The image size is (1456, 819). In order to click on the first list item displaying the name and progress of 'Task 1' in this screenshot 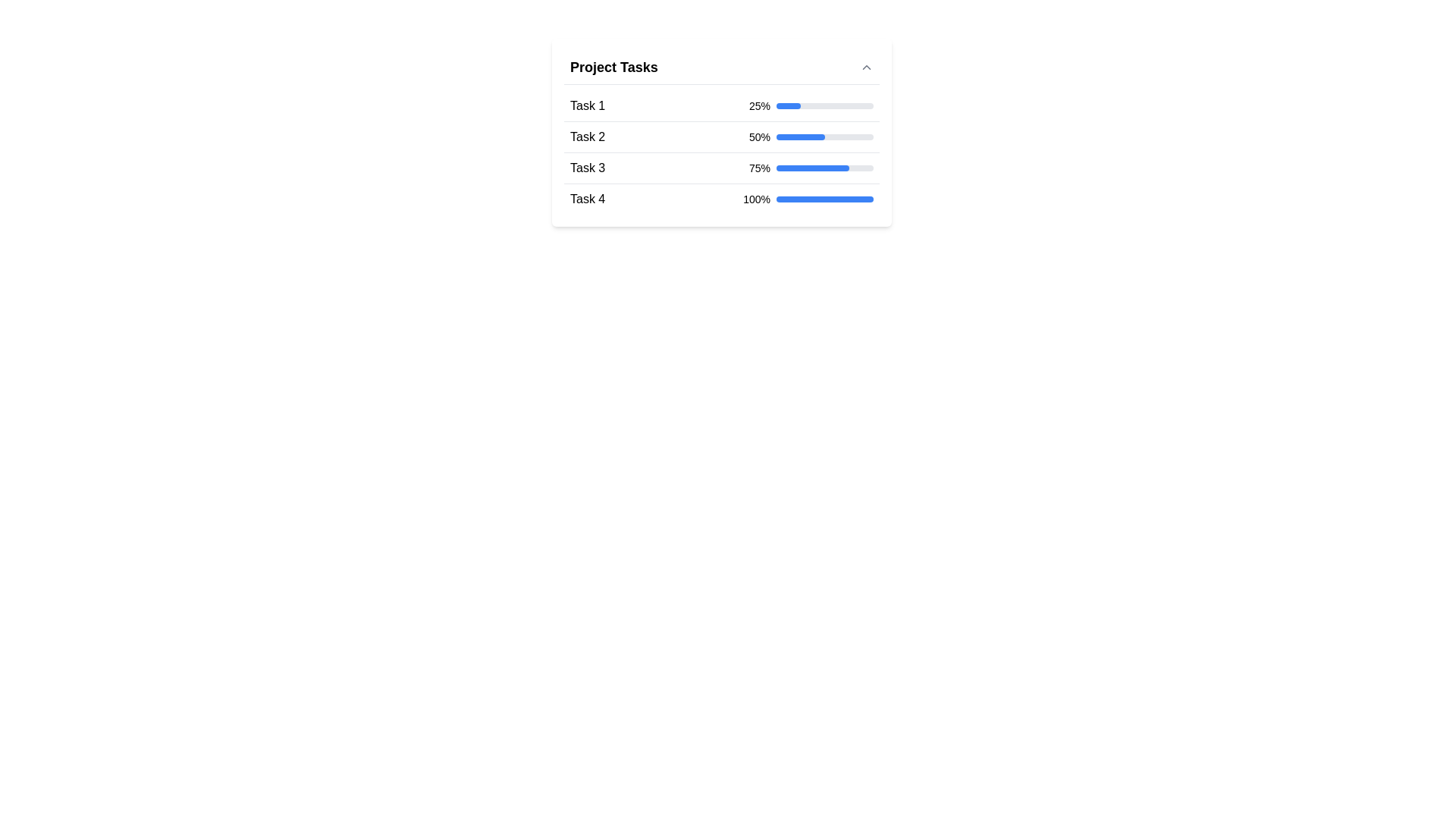, I will do `click(720, 105)`.